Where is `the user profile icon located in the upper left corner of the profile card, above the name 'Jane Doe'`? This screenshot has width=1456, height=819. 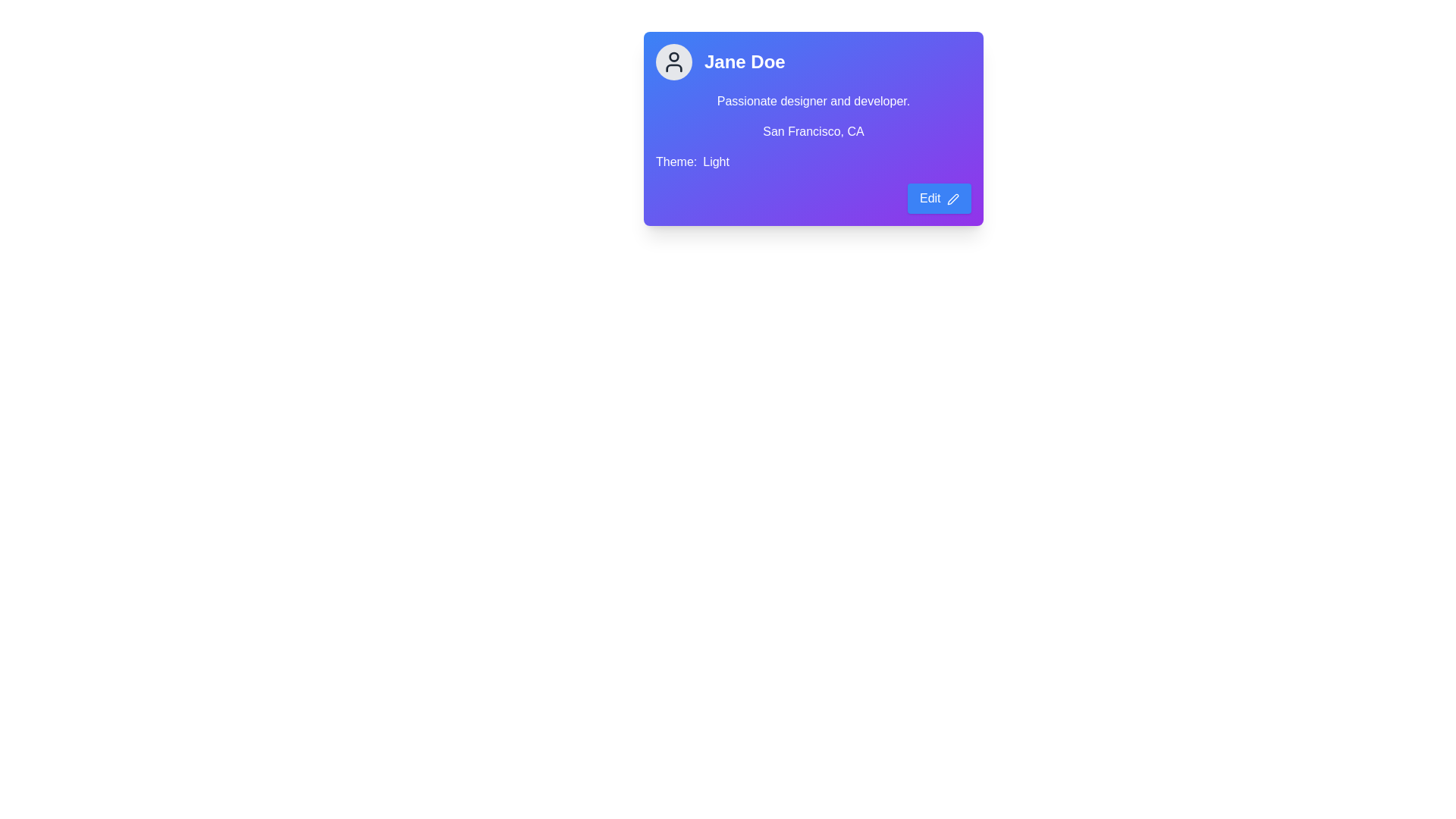 the user profile icon located in the upper left corner of the profile card, above the name 'Jane Doe' is located at coordinates (673, 61).